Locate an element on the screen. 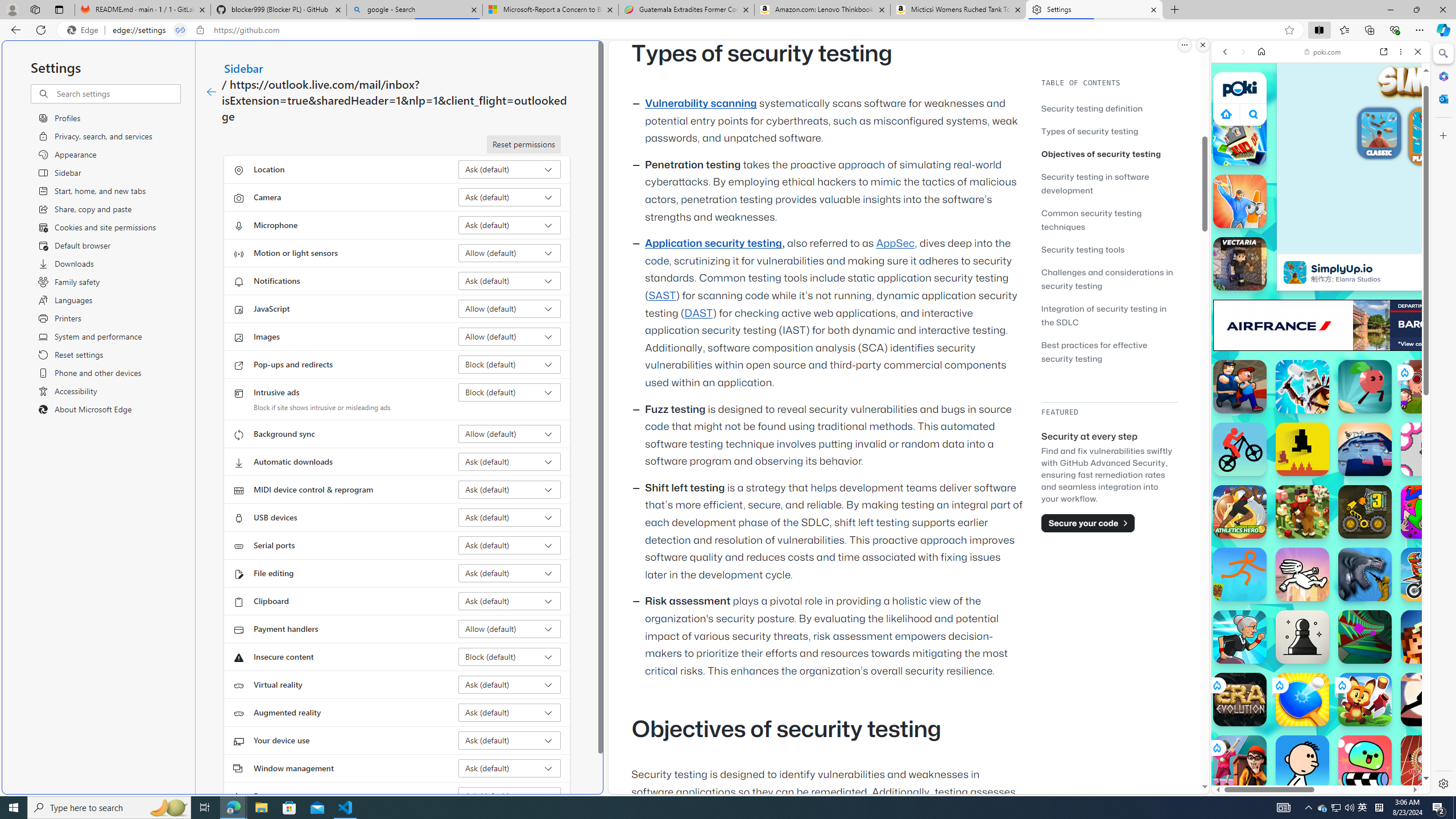 This screenshot has width=1456, height=819. 'Location Ask (default)' is located at coordinates (510, 169).